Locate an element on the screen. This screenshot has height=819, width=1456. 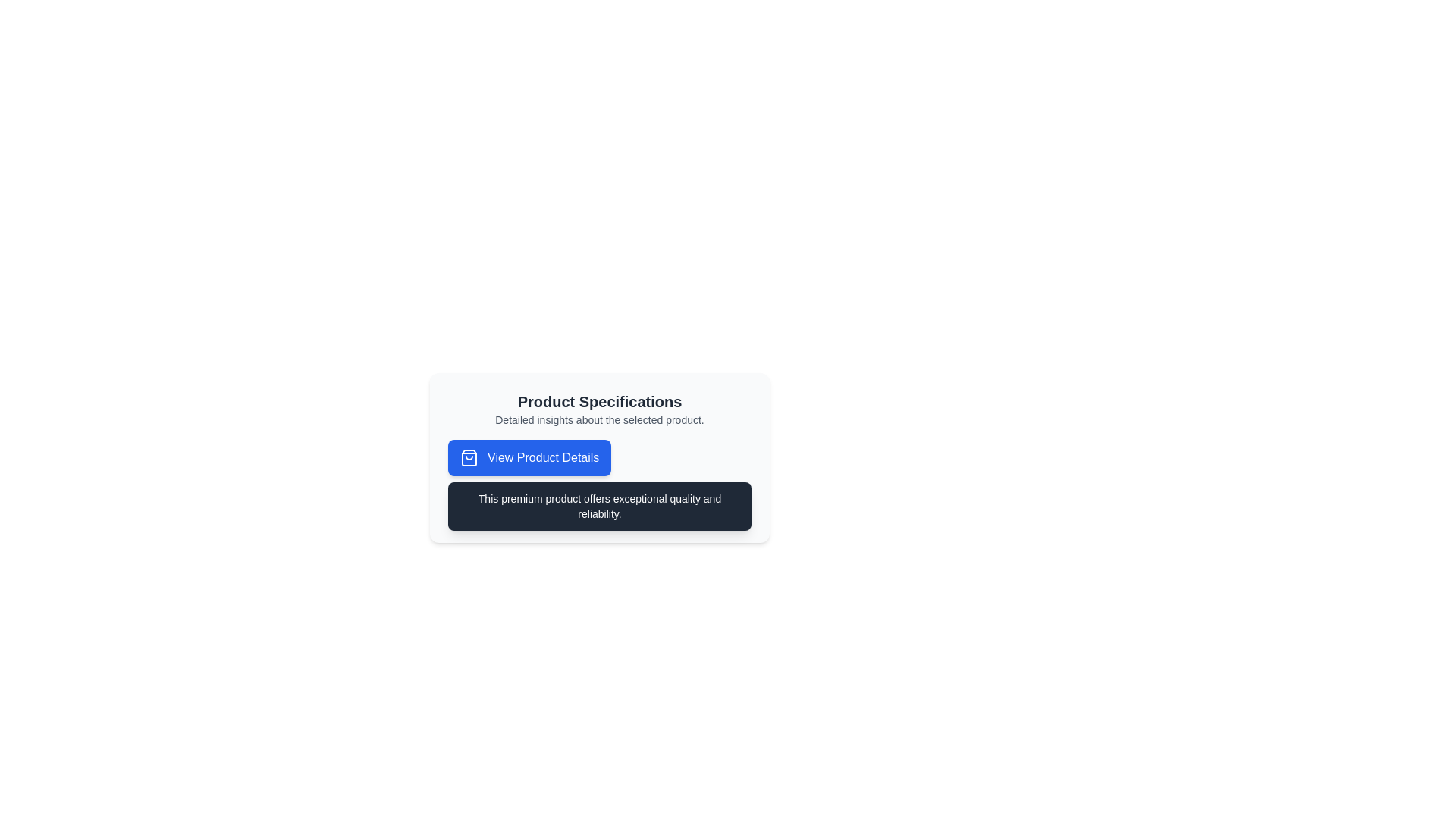
the text block containing 'Product Specifications' and 'Detailed insights about the selected product.' which is located above the 'View Product Details' button is located at coordinates (599, 409).